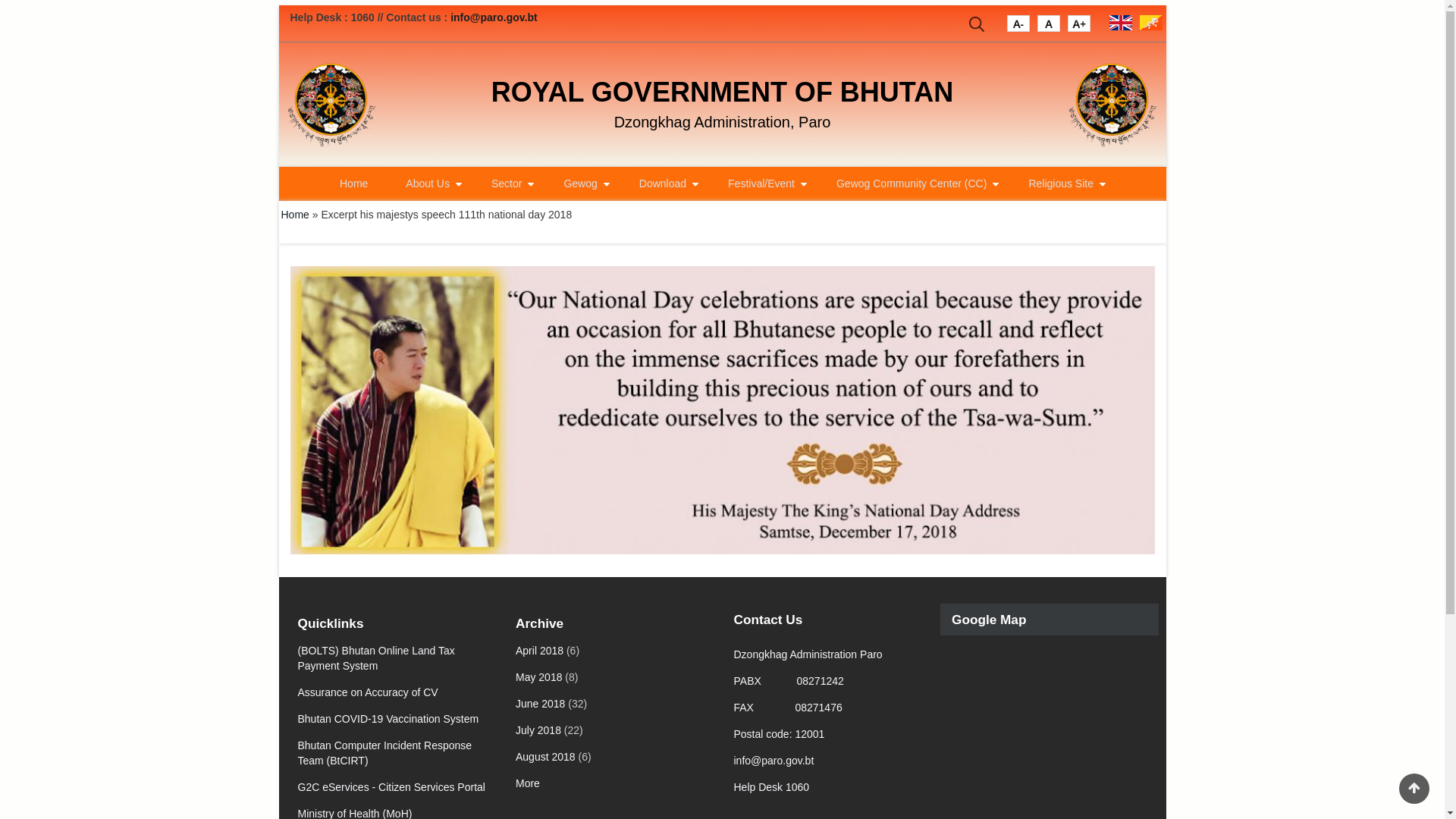 The height and width of the screenshot is (819, 1456). I want to click on 'August 2018', so click(545, 757).